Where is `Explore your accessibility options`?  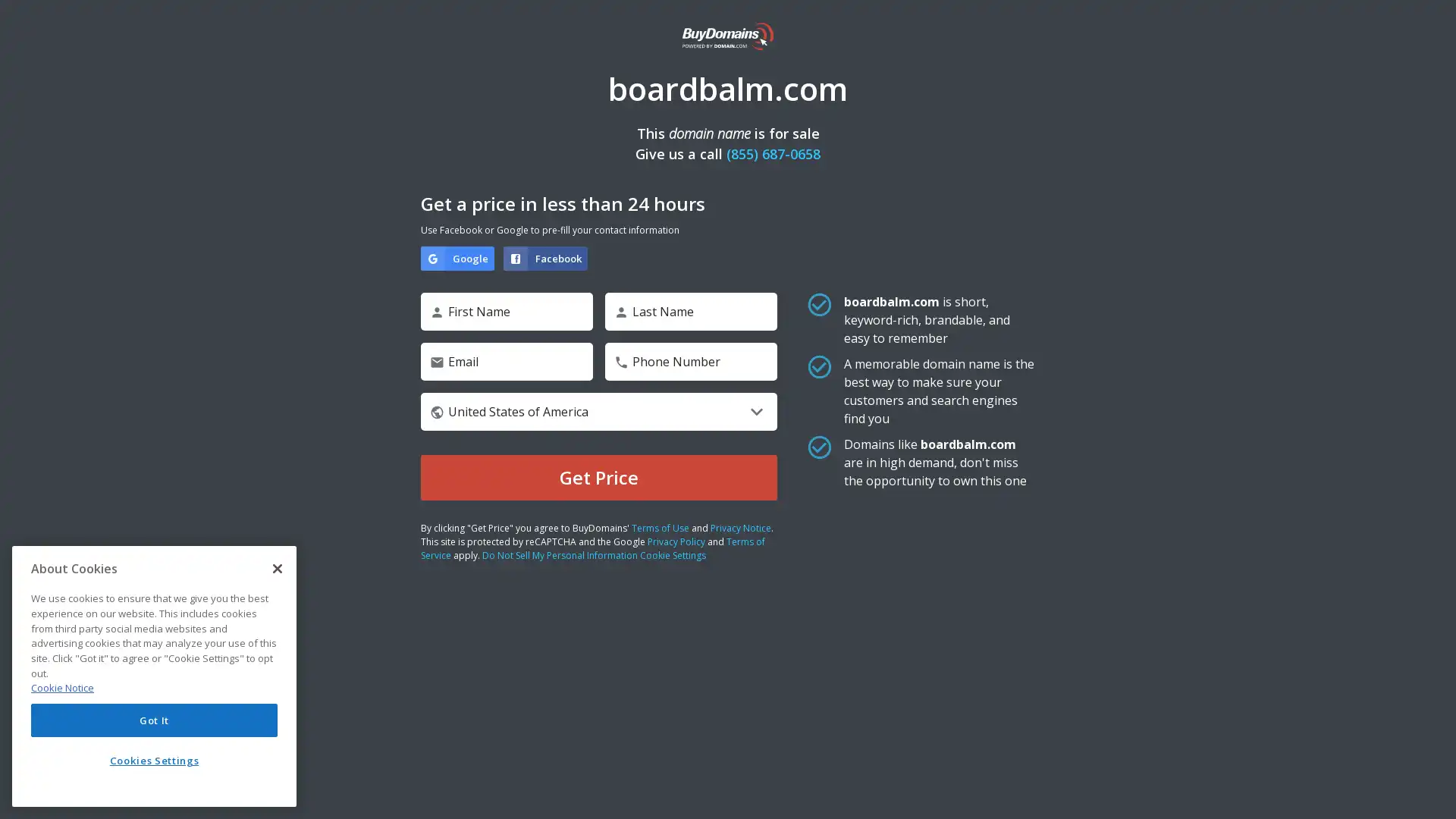
Explore your accessibility options is located at coordinates (1430, 792).